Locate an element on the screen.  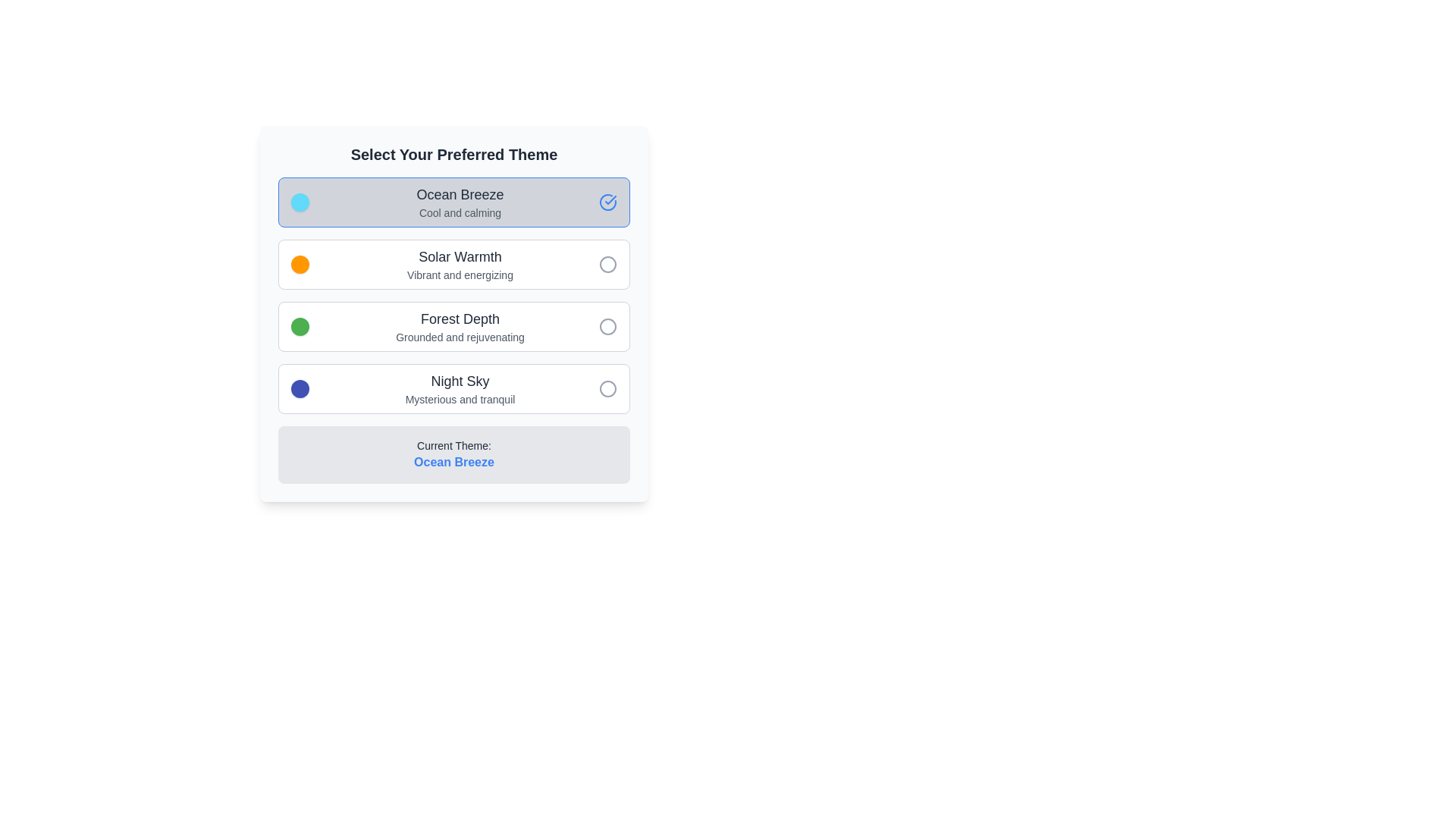
the text label indicating the name of a specific selectable theme, which is centrally aligned above 'Vibrant and energizing' and below 'Ocean Breeze' is located at coordinates (459, 256).